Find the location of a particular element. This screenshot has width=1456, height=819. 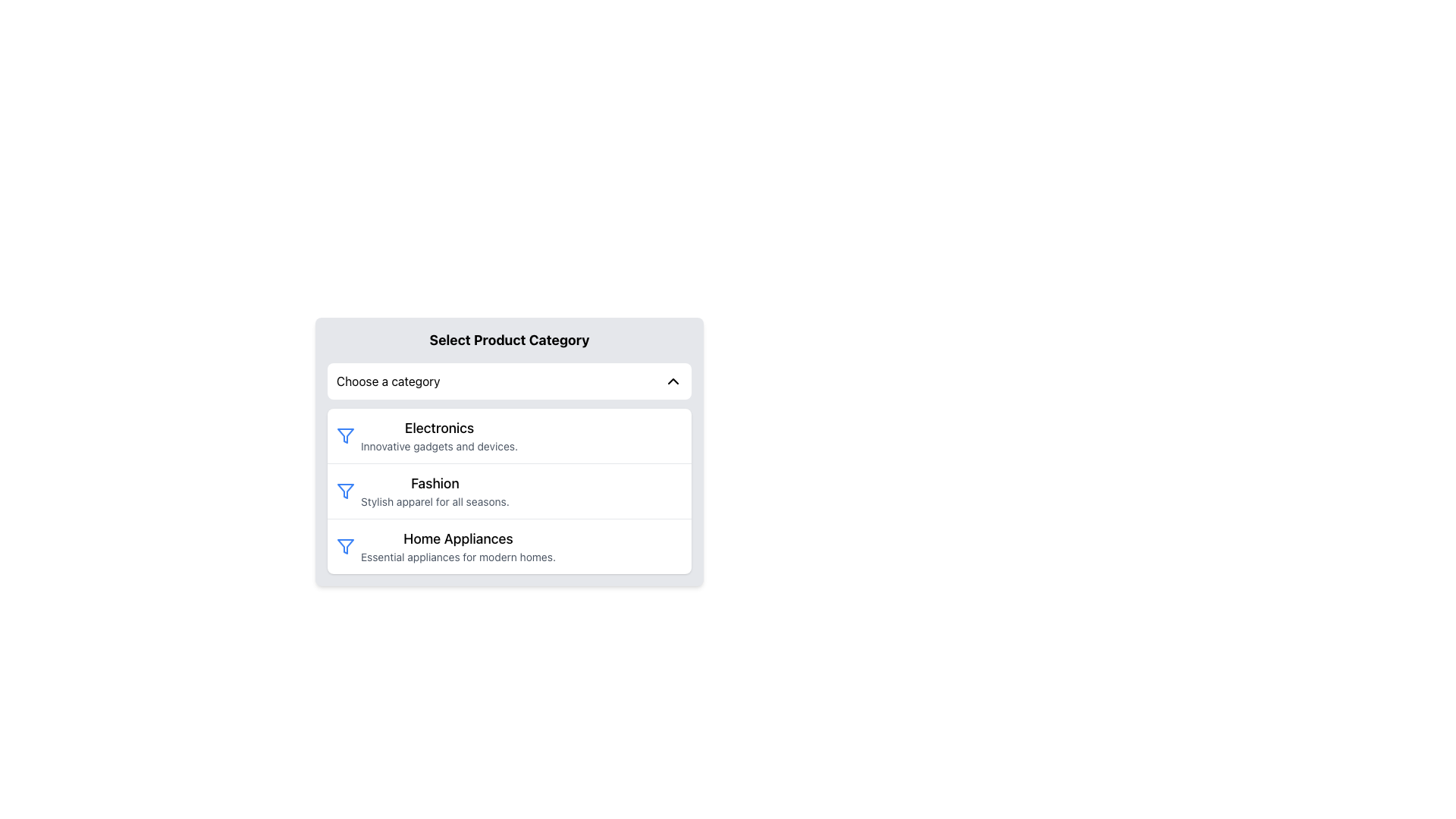

the second item in the category selection list is located at coordinates (510, 491).